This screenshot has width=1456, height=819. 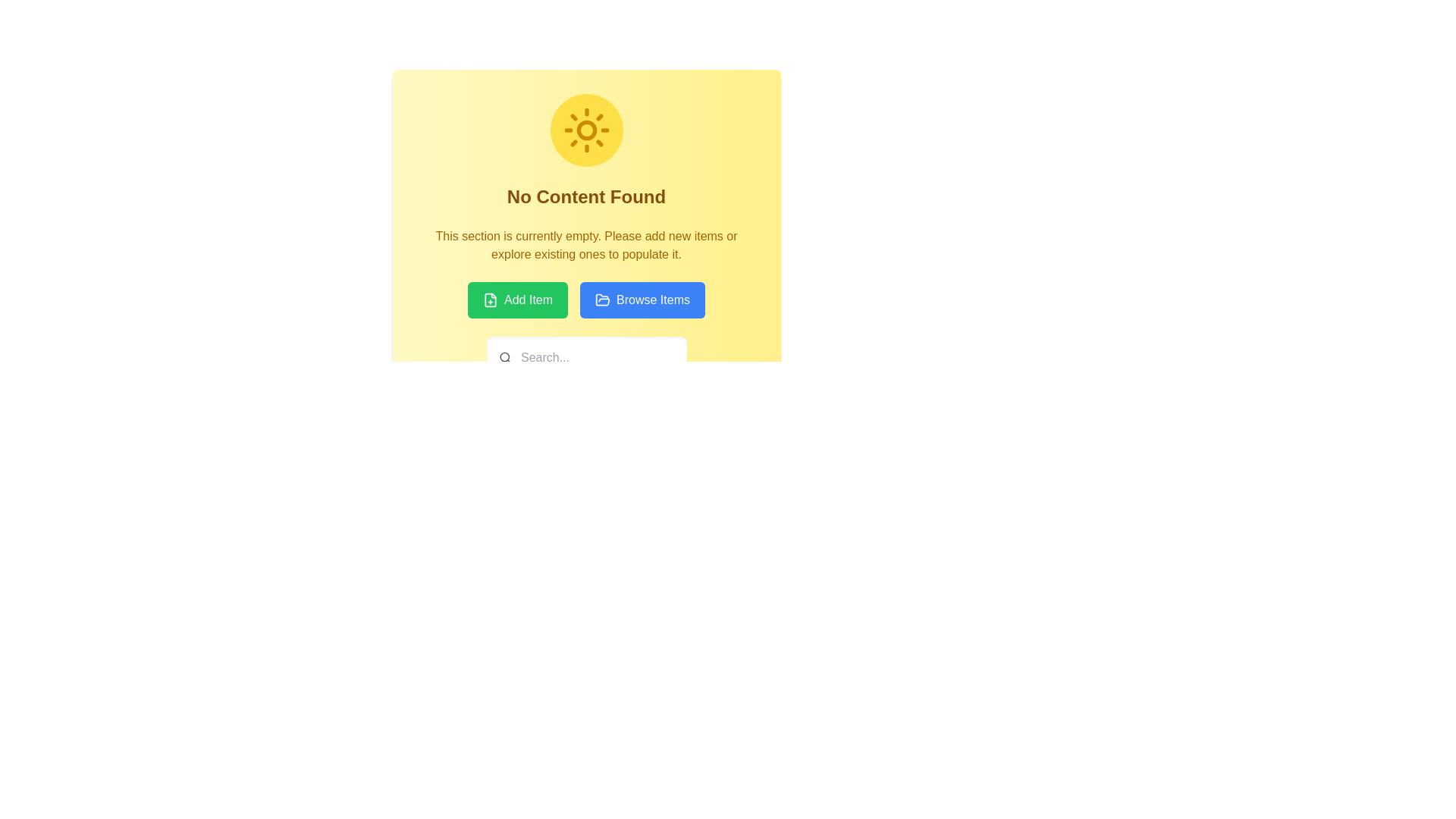 What do you see at coordinates (585, 245) in the screenshot?
I see `the text block informing users about the lack of content, which is positioned under the 'No Content Found' header and above the 'Add Item' and 'Browse Items' buttons` at bounding box center [585, 245].